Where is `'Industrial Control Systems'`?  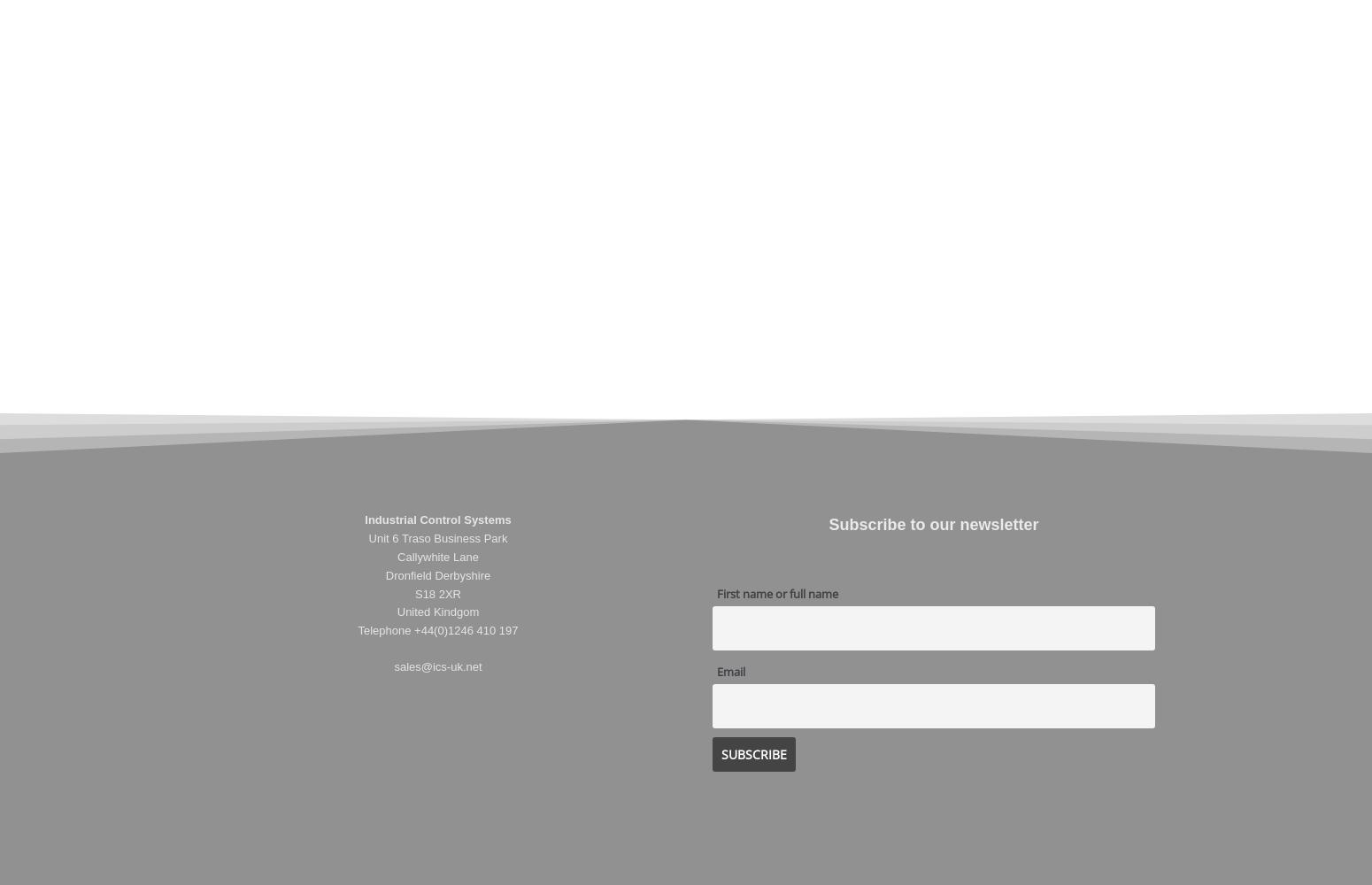 'Industrial Control Systems' is located at coordinates (436, 519).